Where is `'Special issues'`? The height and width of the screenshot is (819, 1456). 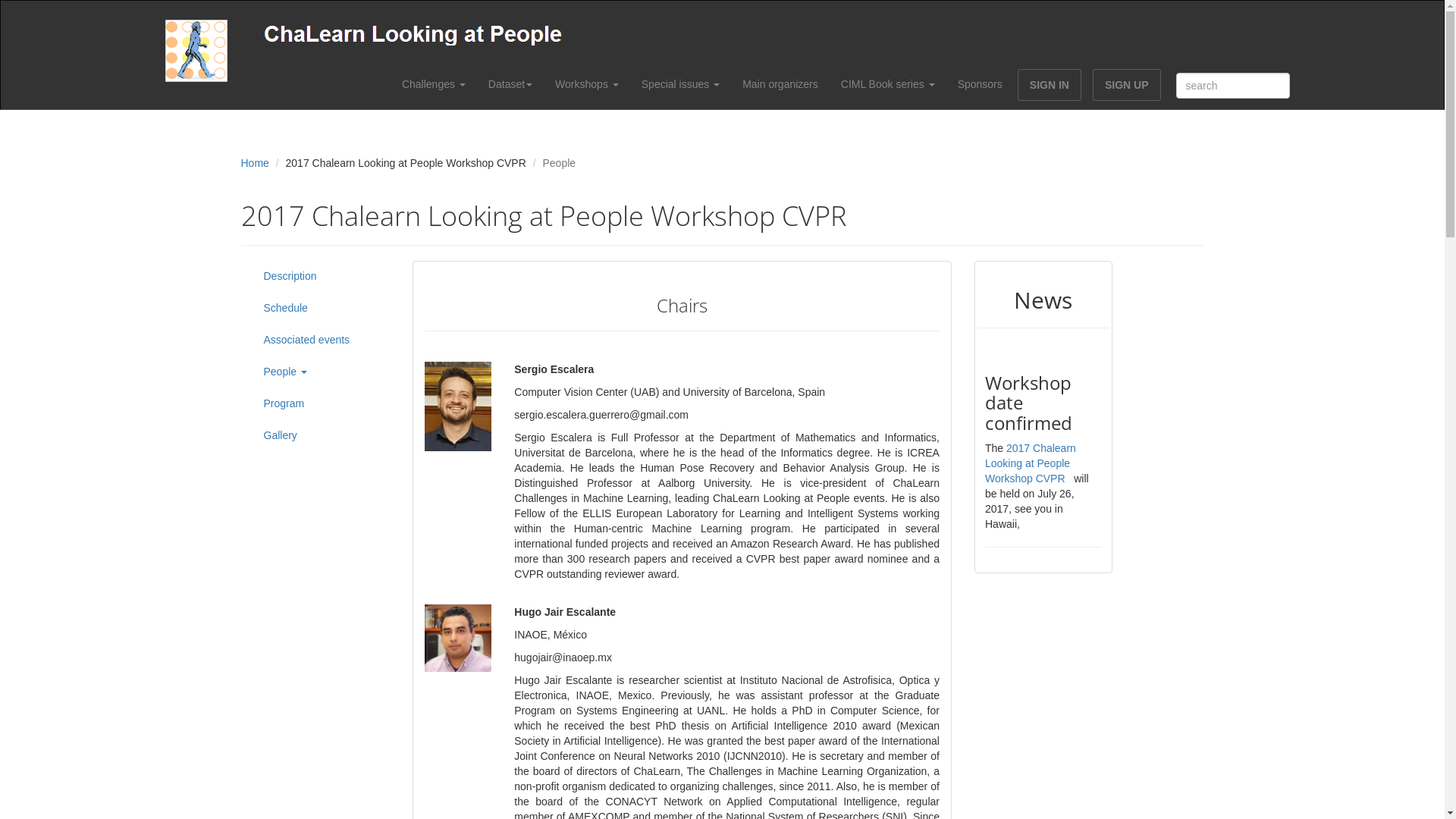
'Special issues' is located at coordinates (679, 84).